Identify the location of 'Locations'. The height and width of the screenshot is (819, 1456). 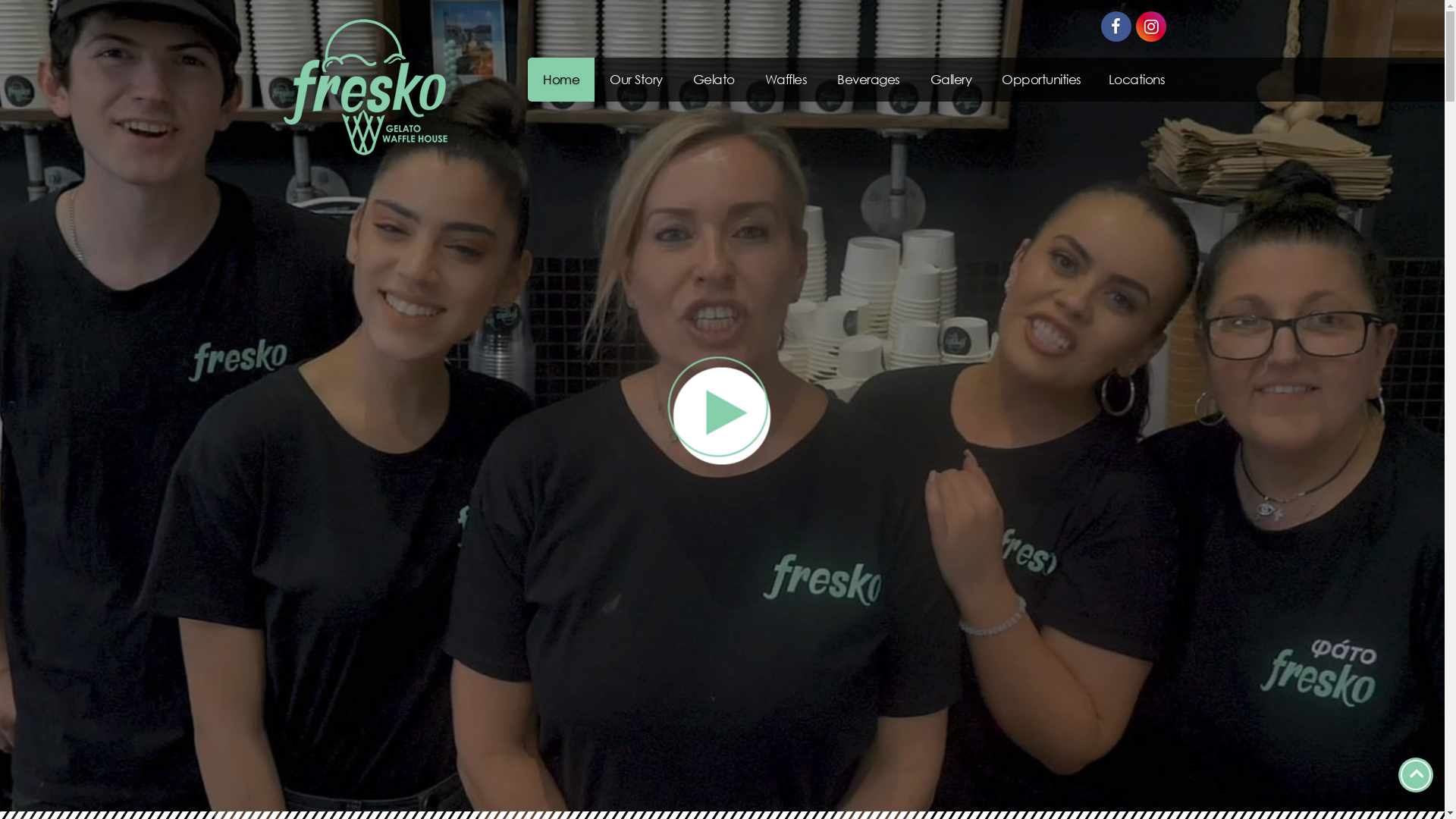
(1137, 79).